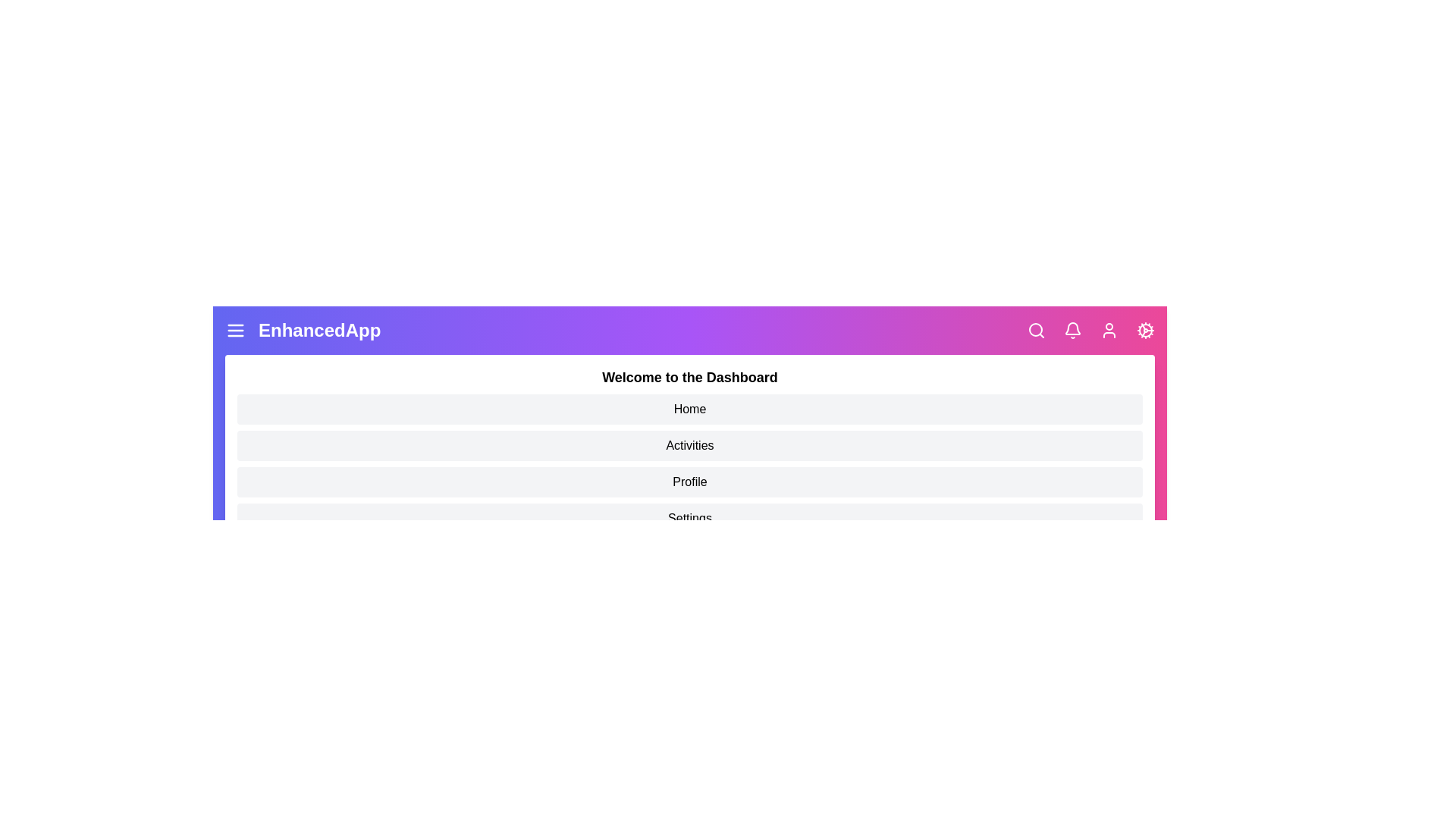 The width and height of the screenshot is (1456, 819). What do you see at coordinates (689, 482) in the screenshot?
I see `the dashboard item labeled Profile` at bounding box center [689, 482].